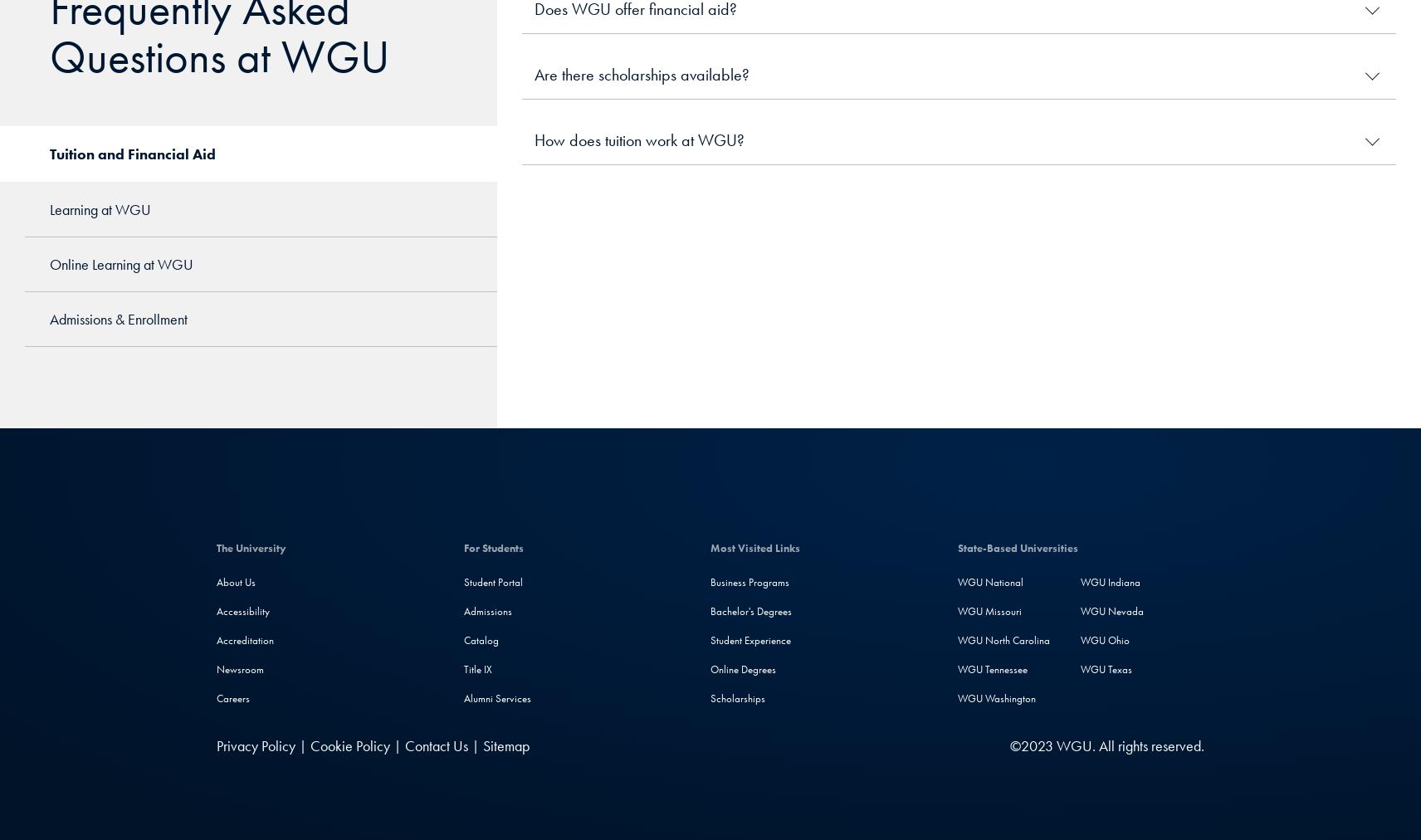 This screenshot has height=840, width=1421. I want to click on 'Most Visited Links', so click(754, 548).